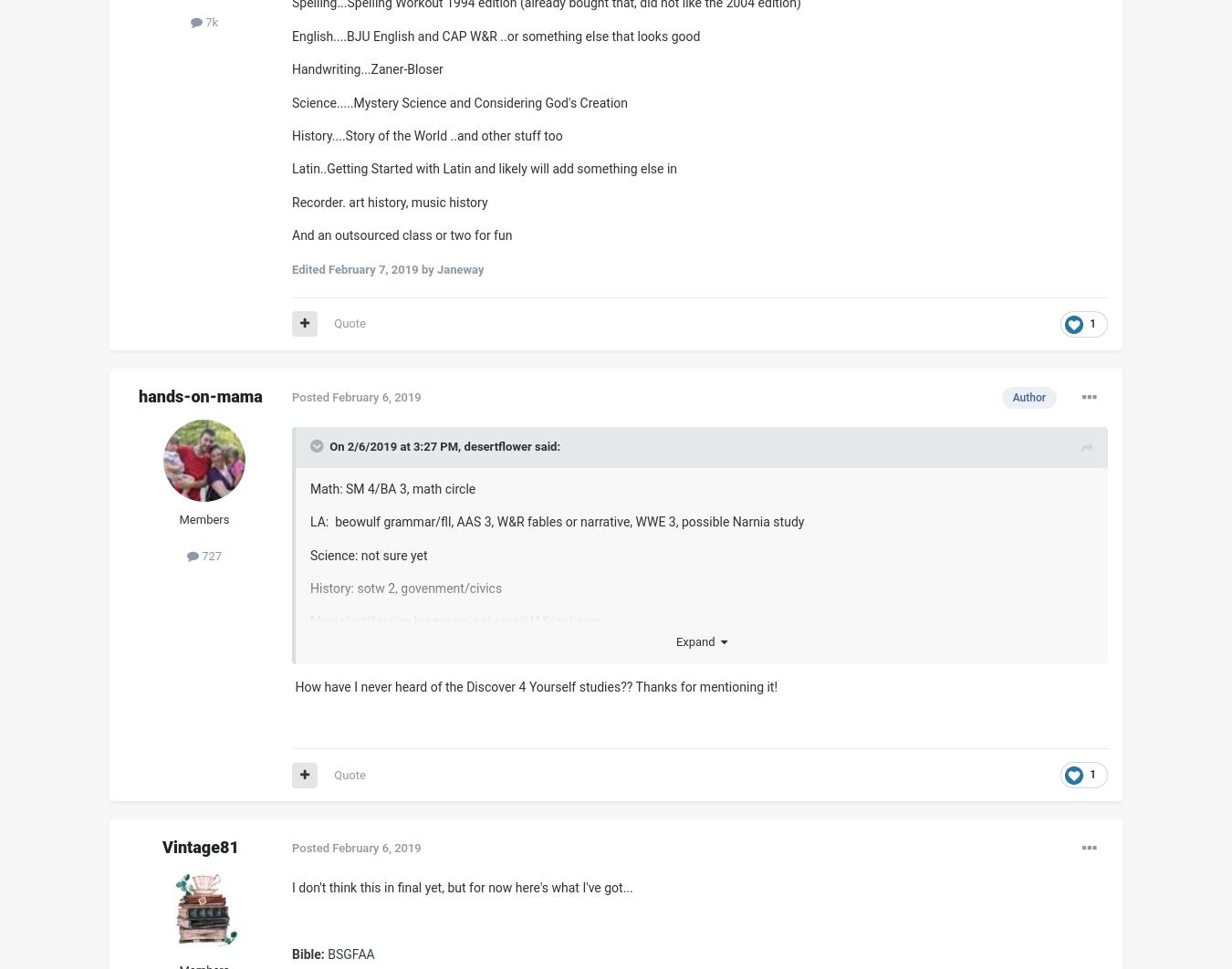 The width and height of the screenshot is (1232, 969). I want to click on 'Bible:', so click(290, 953).